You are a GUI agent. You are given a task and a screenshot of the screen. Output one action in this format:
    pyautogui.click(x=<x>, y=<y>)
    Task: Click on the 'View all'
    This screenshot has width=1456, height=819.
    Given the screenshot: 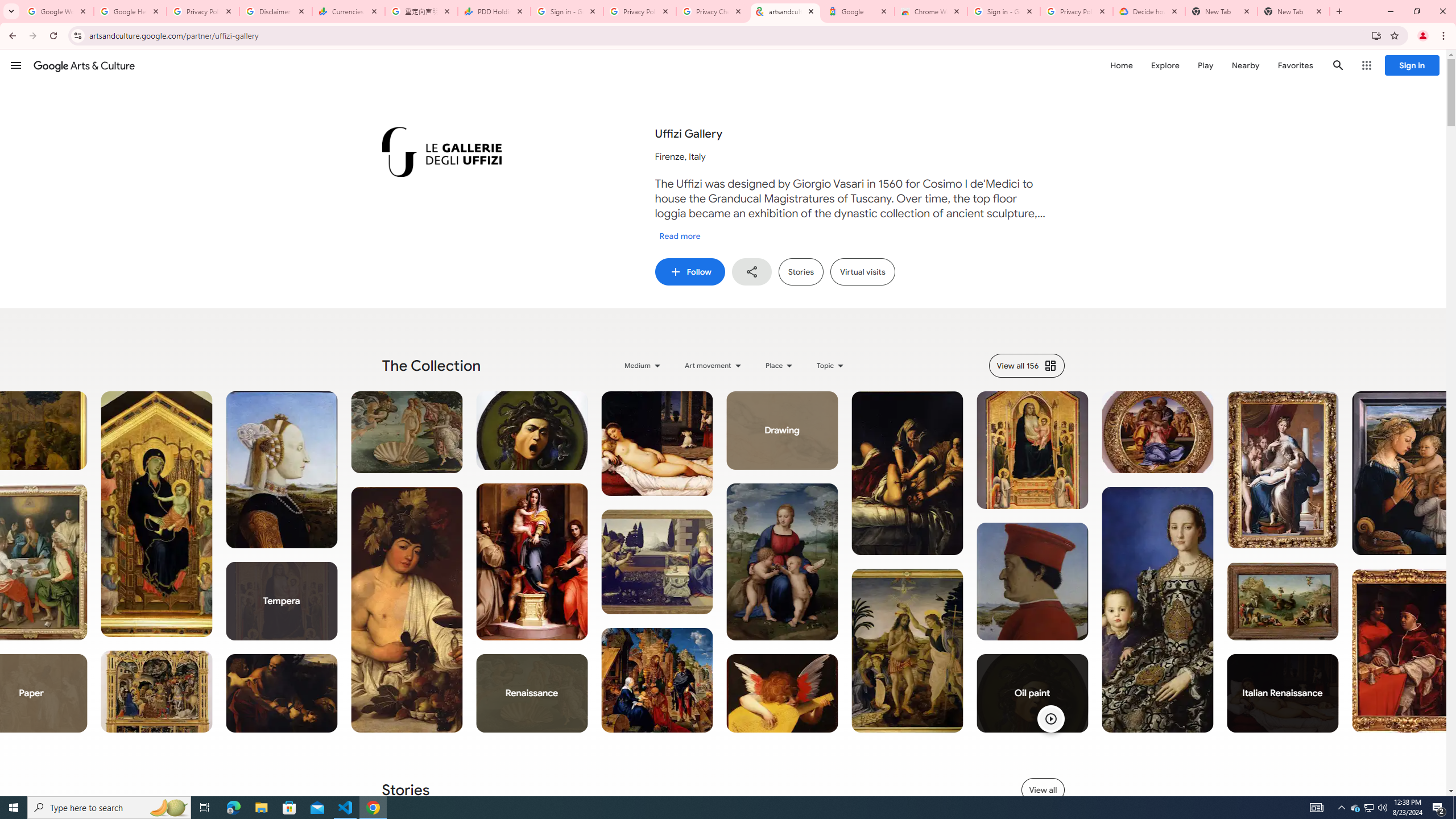 What is the action you would take?
    pyautogui.click(x=1043, y=789)
    